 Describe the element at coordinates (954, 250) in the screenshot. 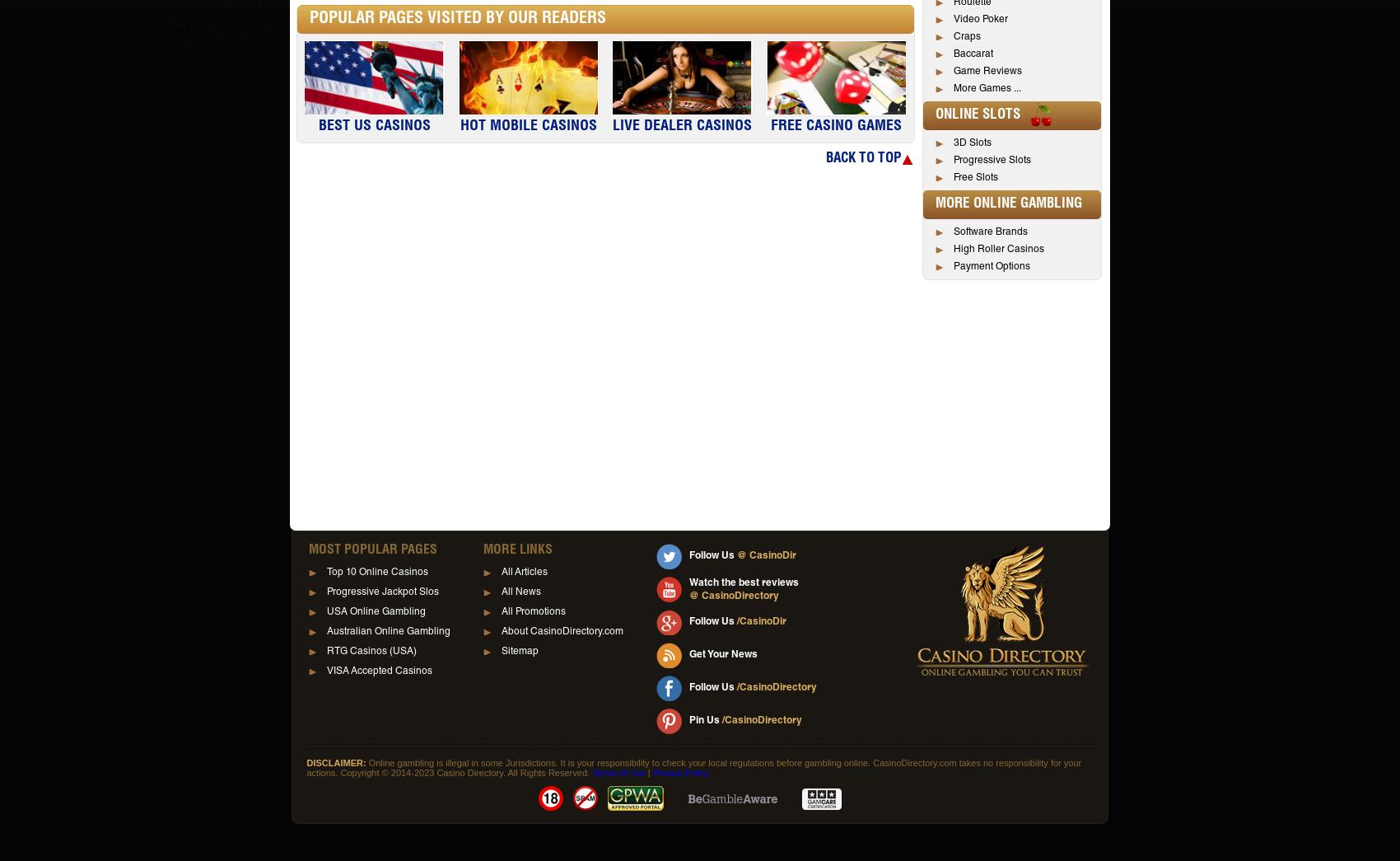

I see `'High Roller Casinos'` at that location.